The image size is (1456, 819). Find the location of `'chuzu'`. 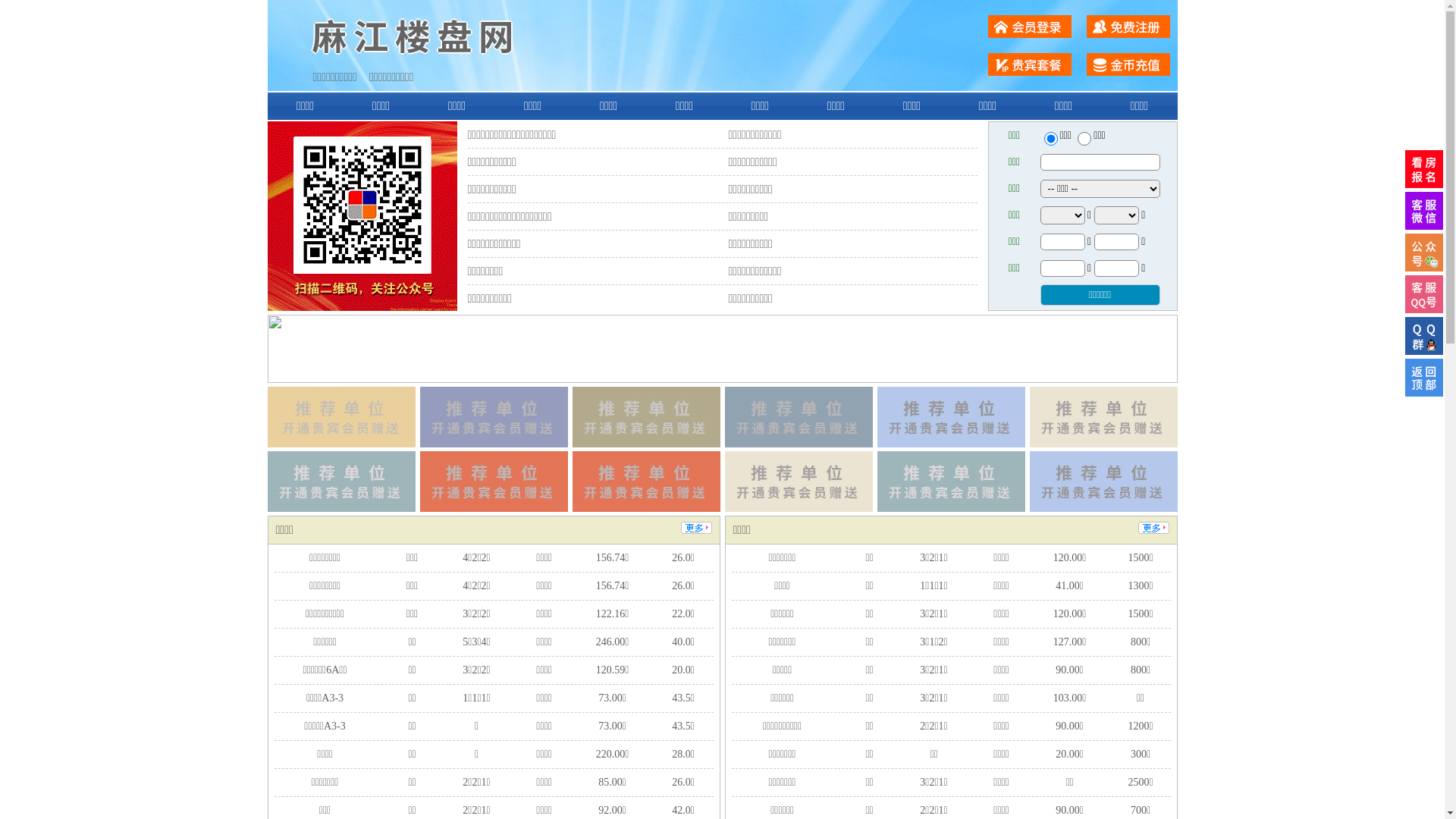

'chuzu' is located at coordinates (1084, 138).